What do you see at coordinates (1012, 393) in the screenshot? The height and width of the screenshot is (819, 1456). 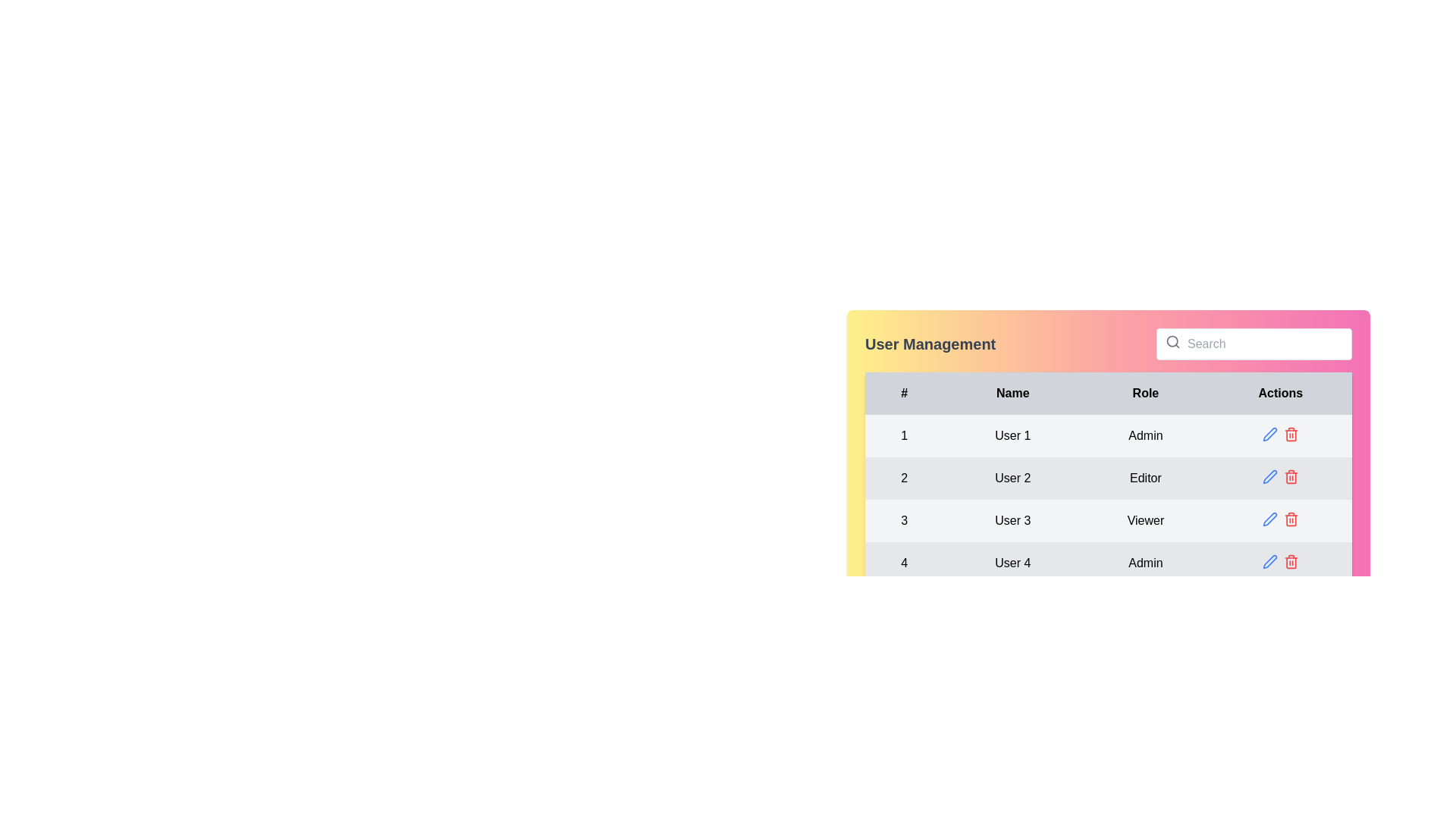 I see `the 'Name' text header element in the table` at bounding box center [1012, 393].